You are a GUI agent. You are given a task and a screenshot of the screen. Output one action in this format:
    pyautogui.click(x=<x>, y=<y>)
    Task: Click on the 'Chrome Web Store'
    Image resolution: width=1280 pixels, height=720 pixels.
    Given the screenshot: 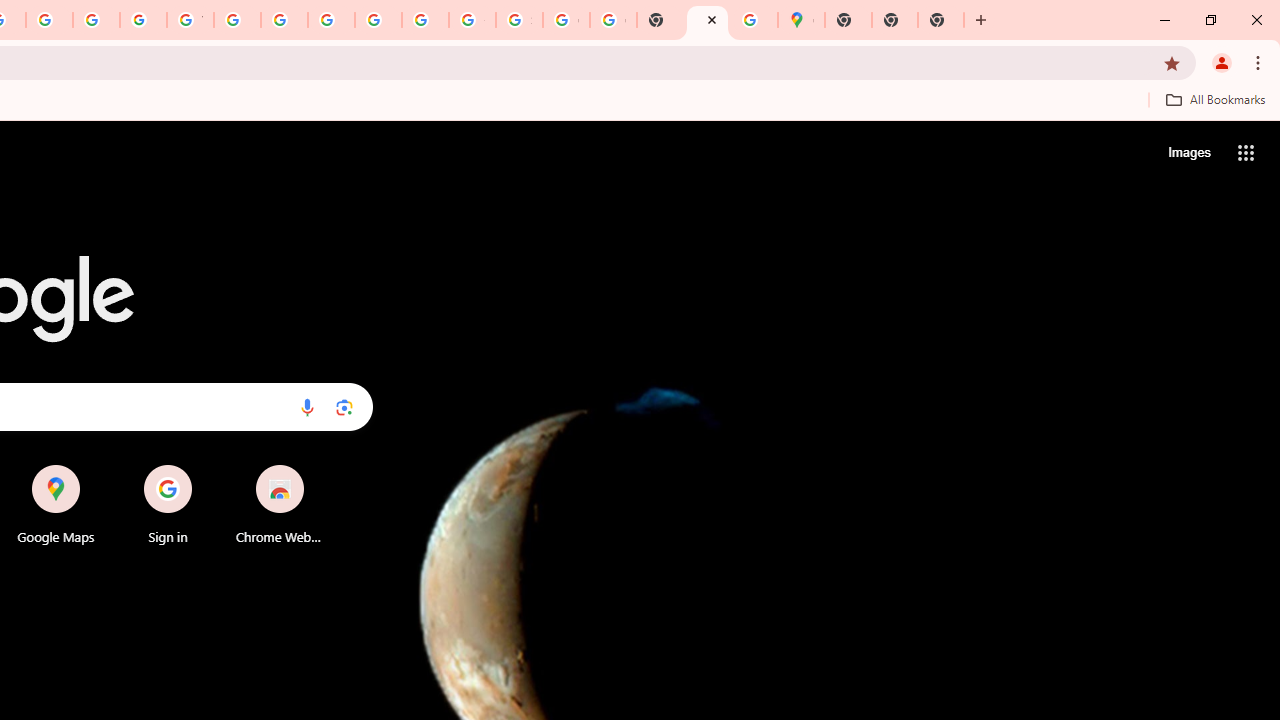 What is the action you would take?
    pyautogui.click(x=278, y=504)
    